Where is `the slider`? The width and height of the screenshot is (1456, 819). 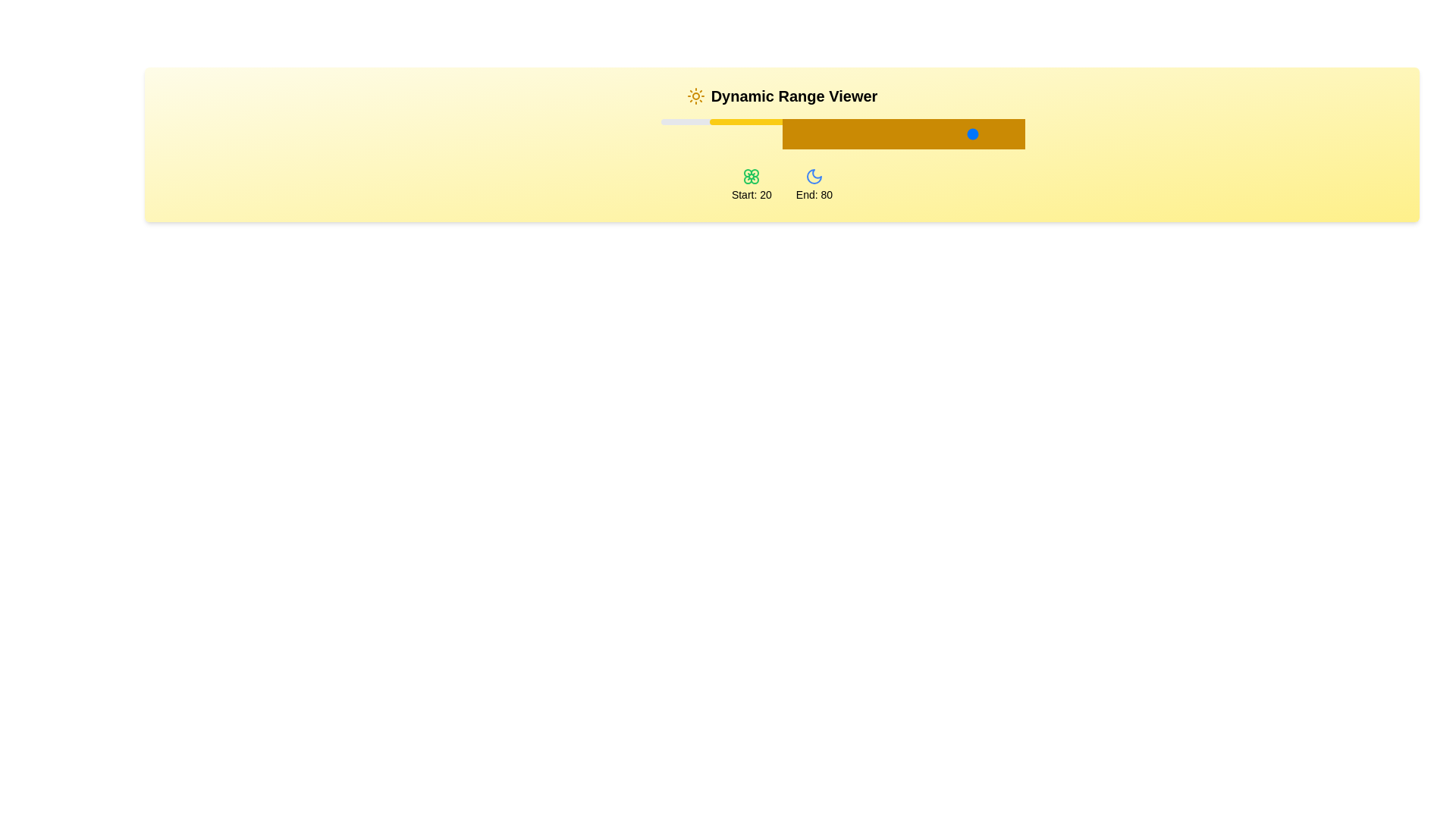
the slider is located at coordinates (822, 121).